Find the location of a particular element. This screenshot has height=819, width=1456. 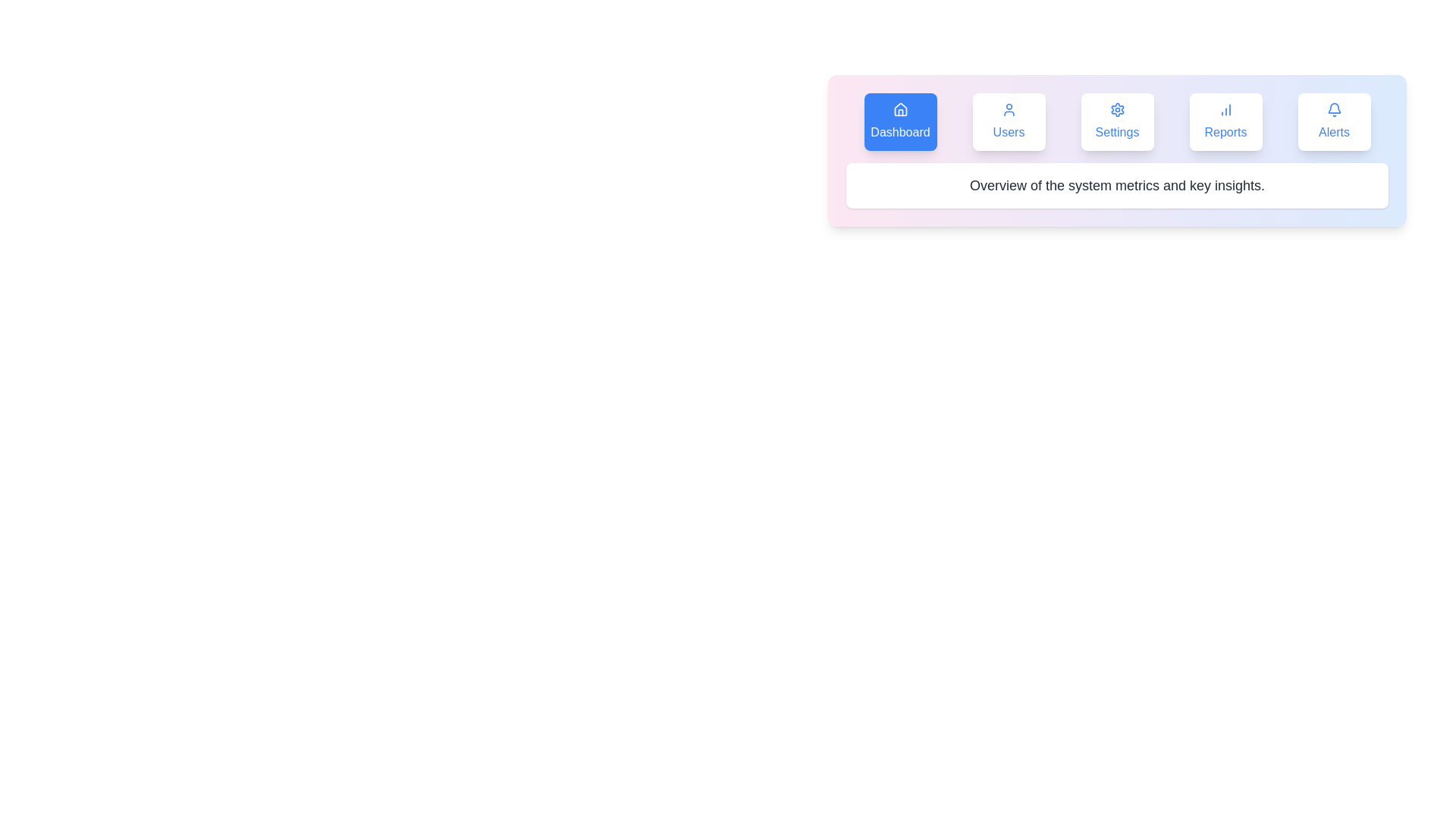

the 'Settings' button in the navigation bar is located at coordinates (1117, 121).